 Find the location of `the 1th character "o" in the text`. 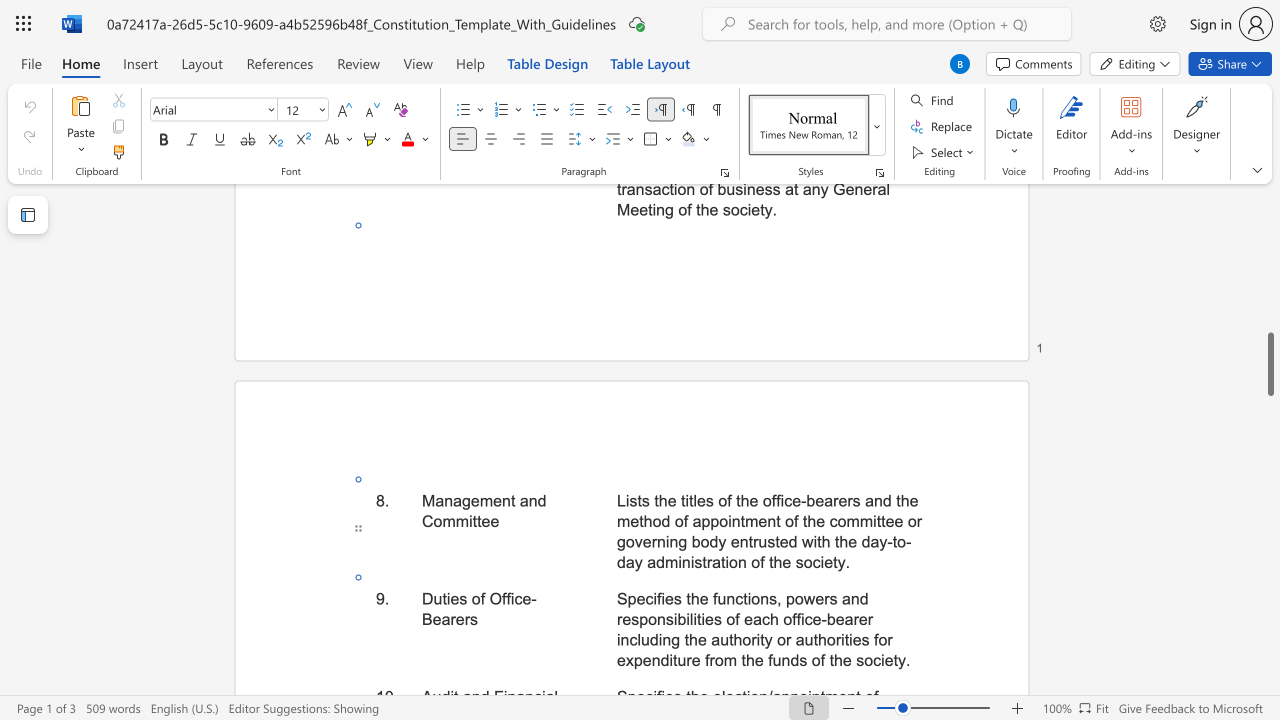

the 1th character "o" in the text is located at coordinates (475, 597).